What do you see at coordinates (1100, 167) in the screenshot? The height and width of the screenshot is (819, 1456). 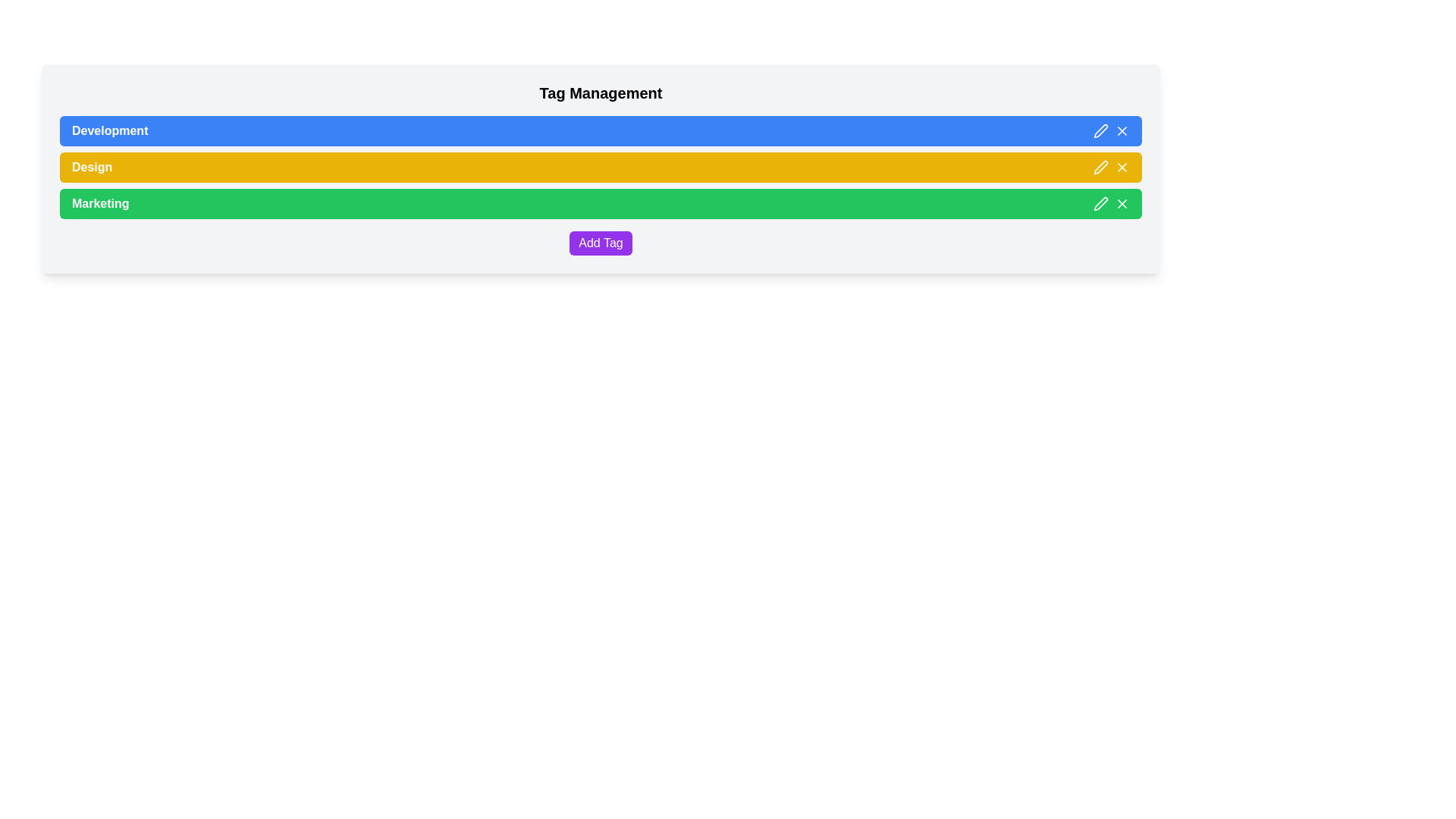 I see `the pen icon located in the second row labeled 'Design' to initiate editing of the associated tag` at bounding box center [1100, 167].